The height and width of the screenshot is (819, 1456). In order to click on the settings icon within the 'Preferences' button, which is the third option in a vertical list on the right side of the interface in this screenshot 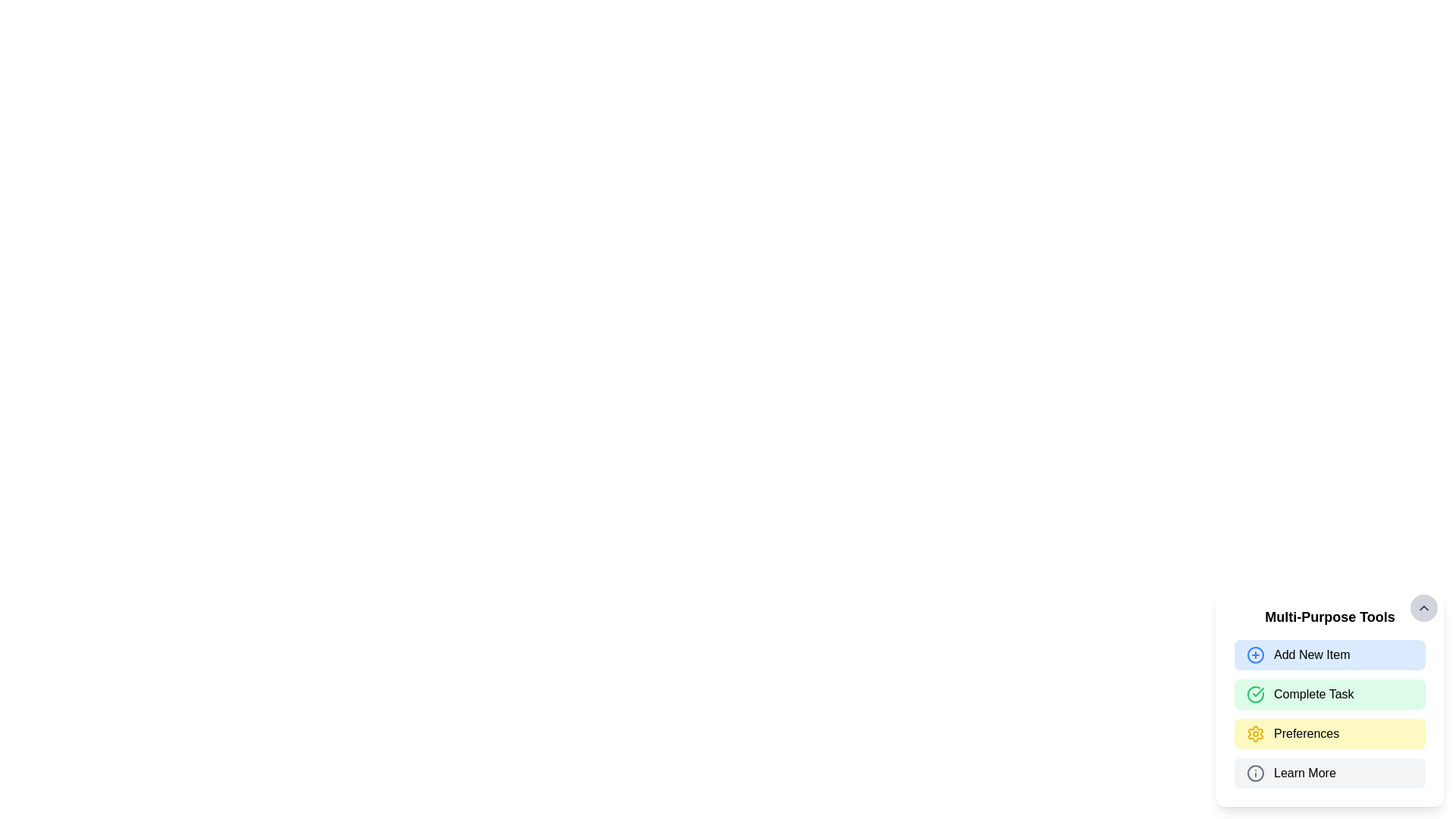, I will do `click(1256, 733)`.